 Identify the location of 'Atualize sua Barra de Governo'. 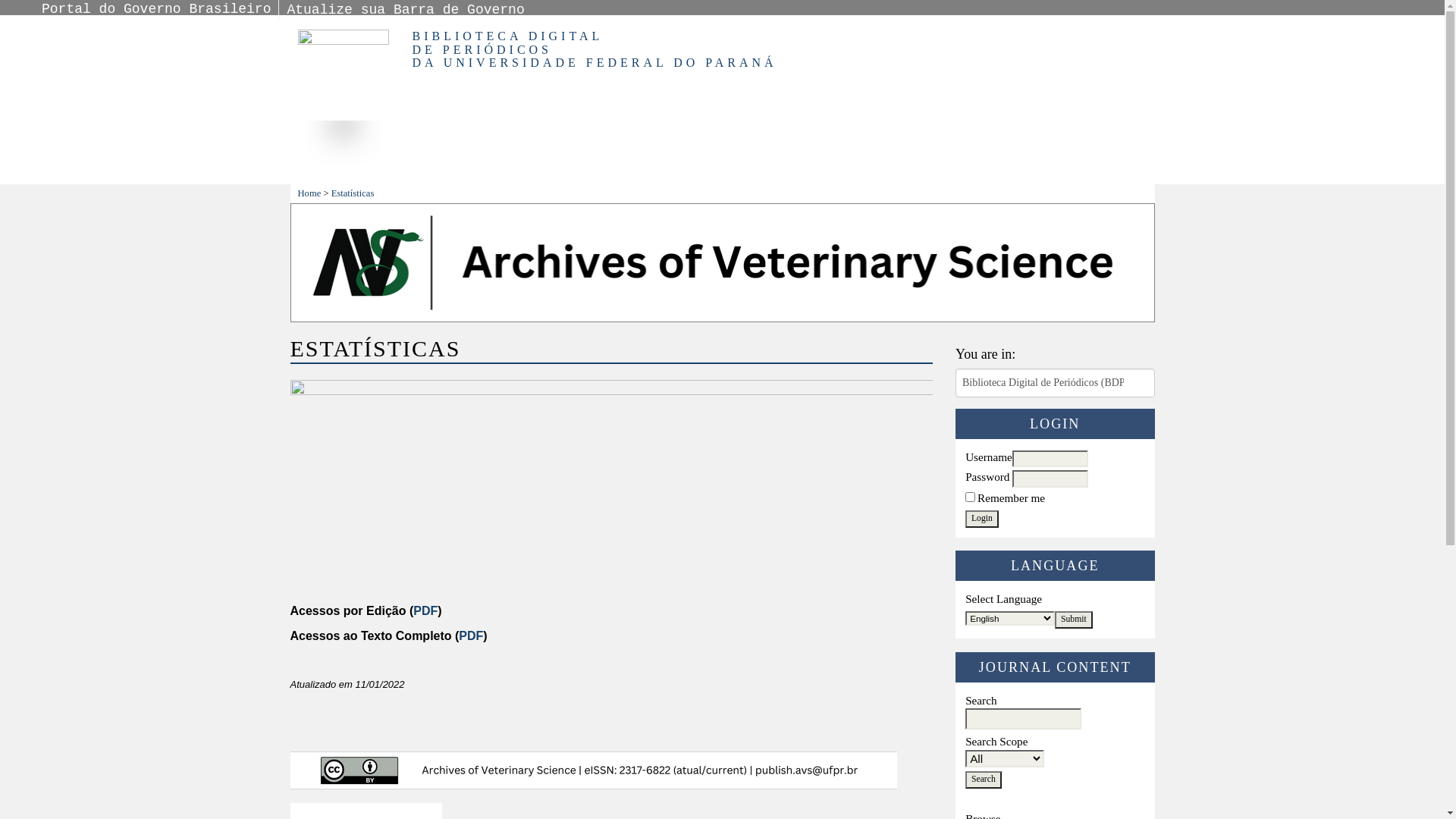
(405, 9).